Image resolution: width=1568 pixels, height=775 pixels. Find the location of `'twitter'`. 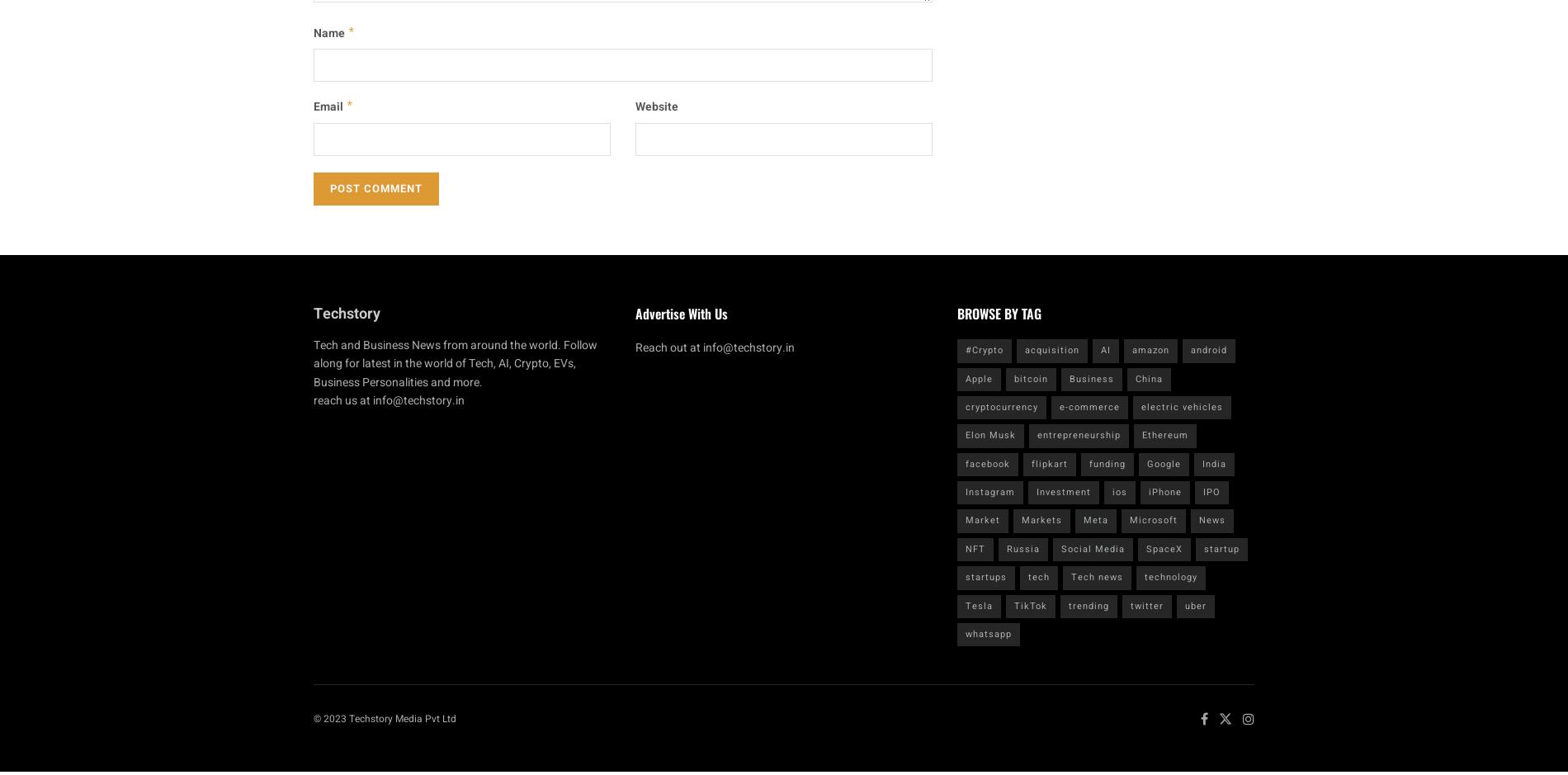

'twitter' is located at coordinates (1146, 605).